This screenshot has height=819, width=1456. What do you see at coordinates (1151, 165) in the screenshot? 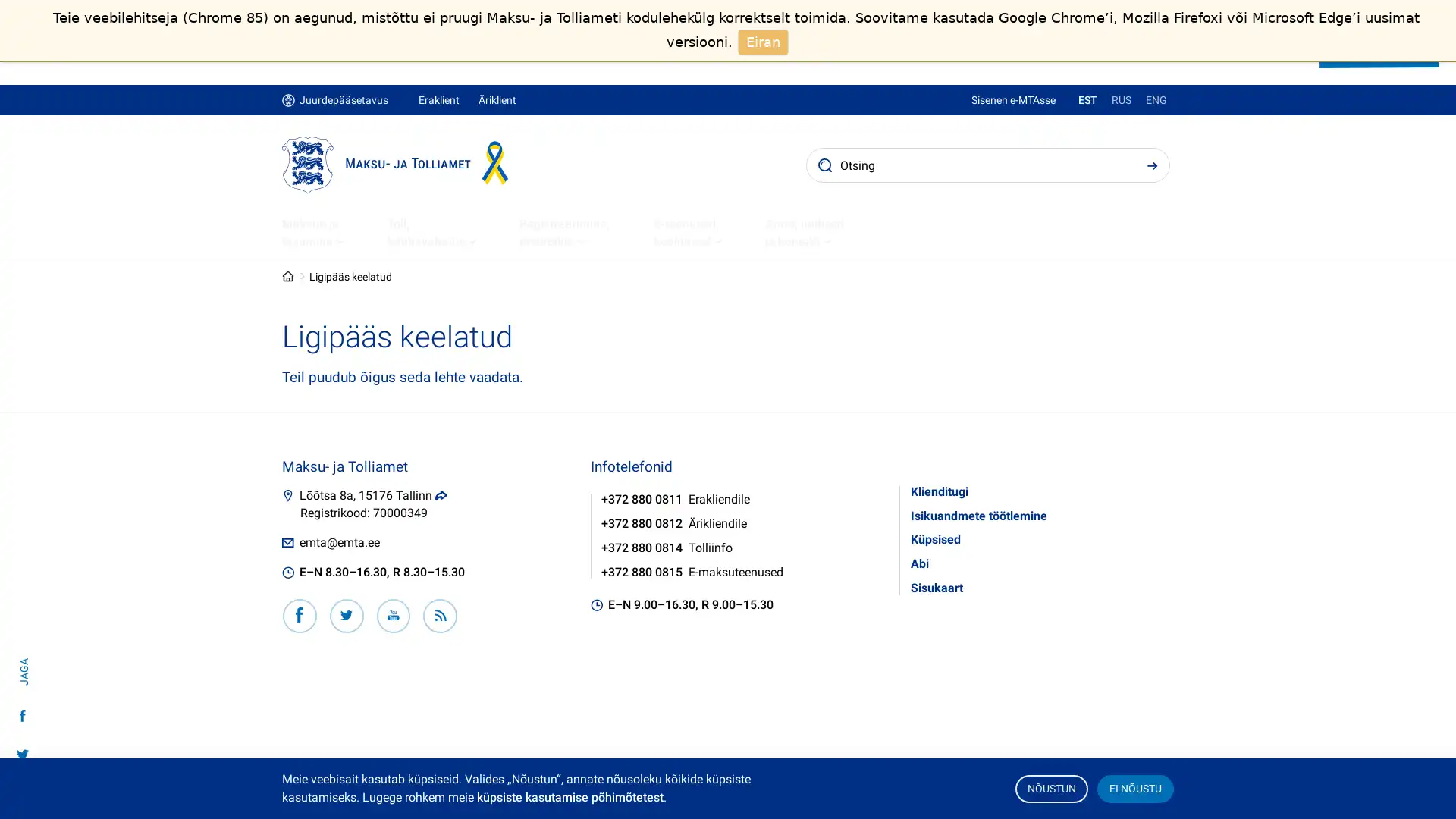
I see `Search` at bounding box center [1151, 165].